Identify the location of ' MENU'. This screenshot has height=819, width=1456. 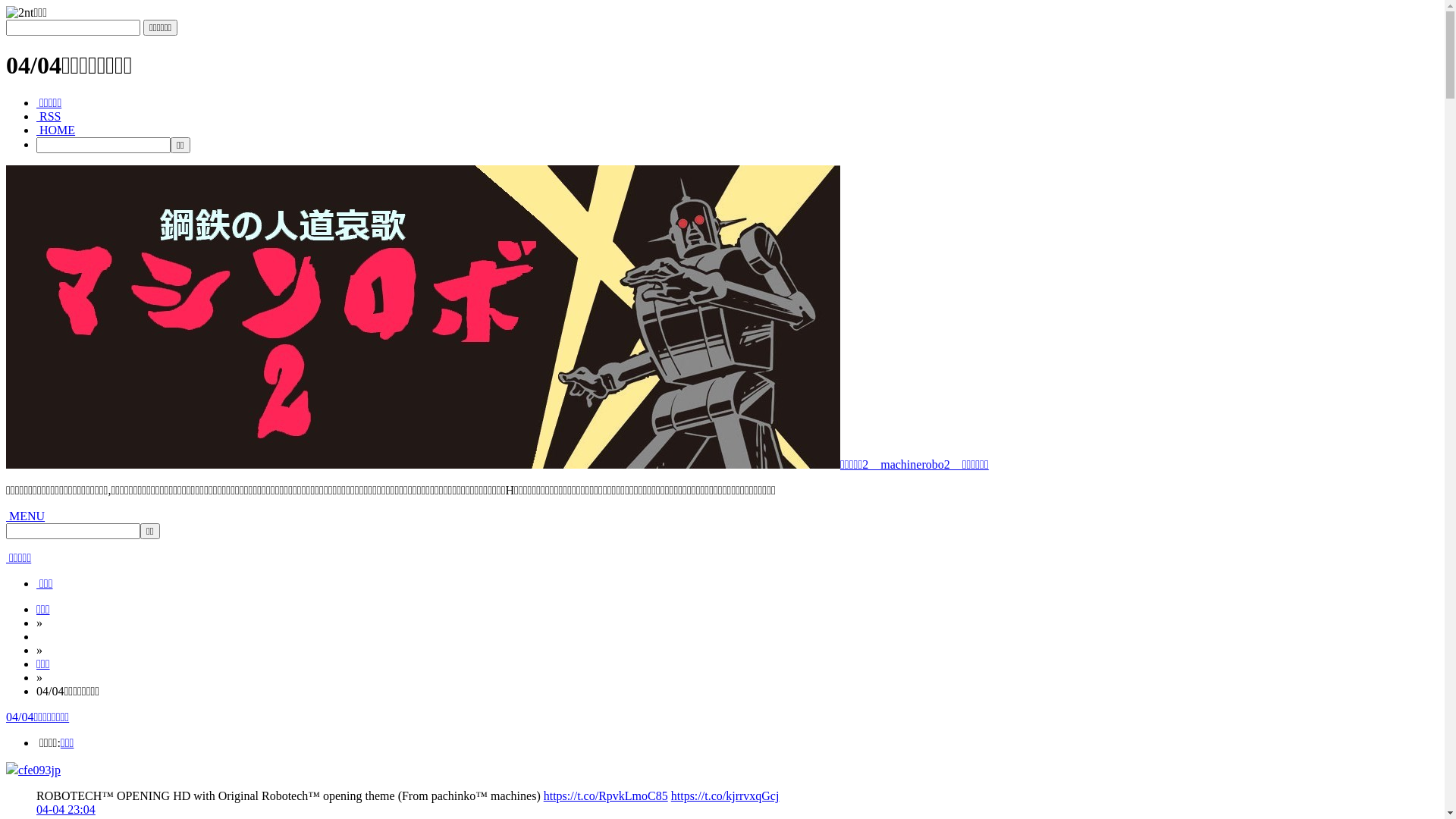
(25, 515).